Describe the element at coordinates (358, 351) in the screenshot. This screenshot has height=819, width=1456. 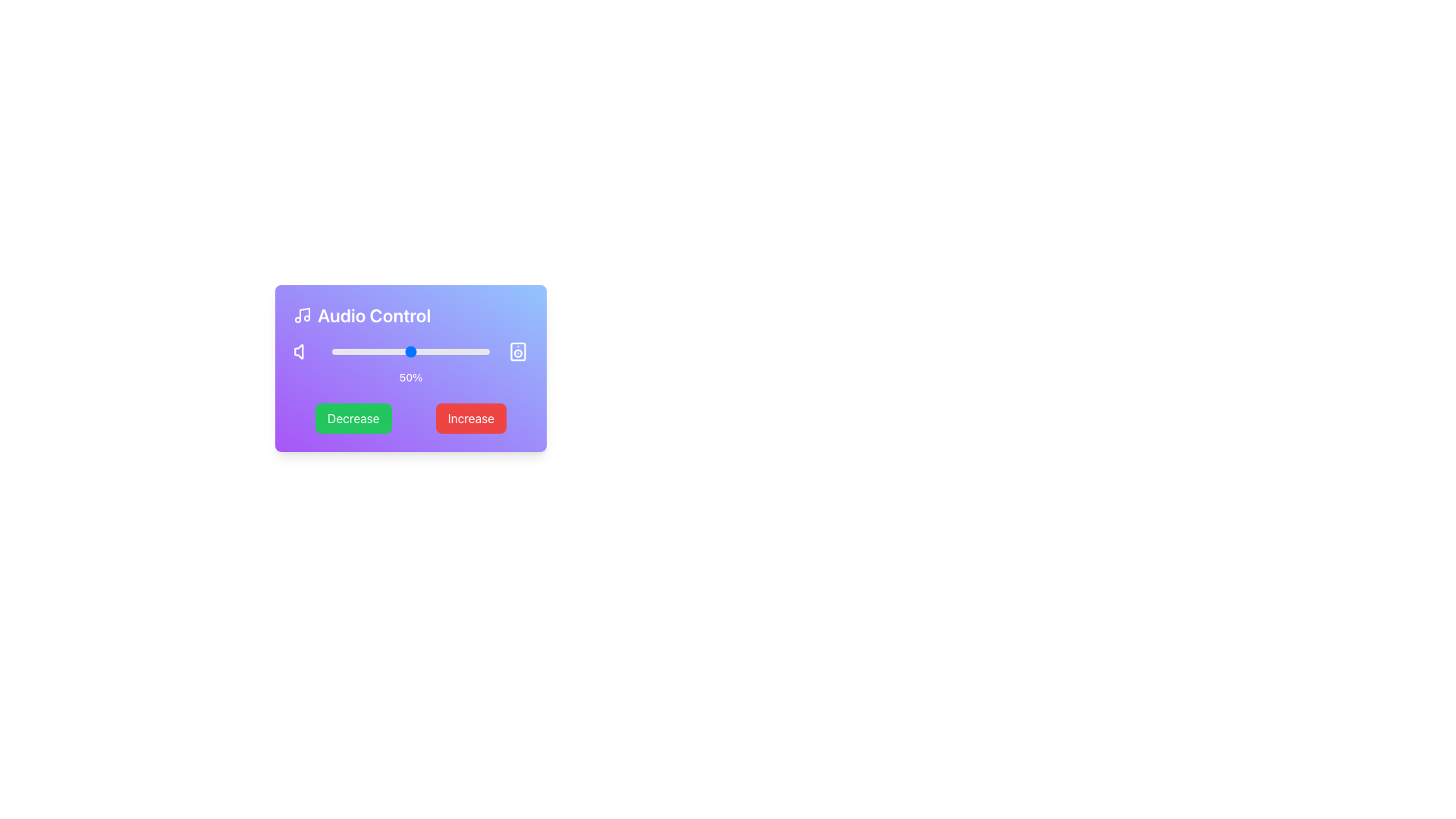
I see `volume` at that location.